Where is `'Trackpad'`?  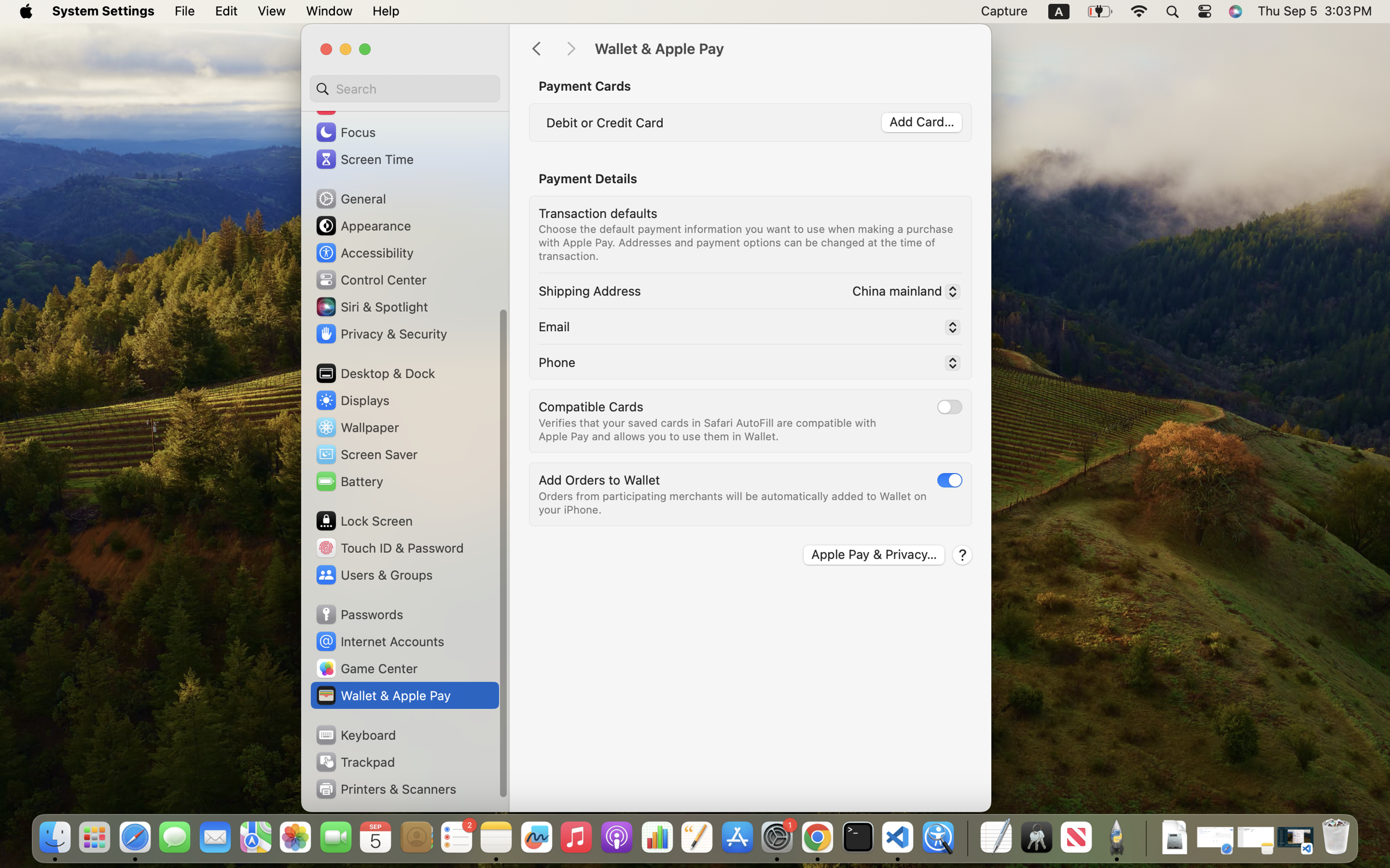
'Trackpad' is located at coordinates (354, 761).